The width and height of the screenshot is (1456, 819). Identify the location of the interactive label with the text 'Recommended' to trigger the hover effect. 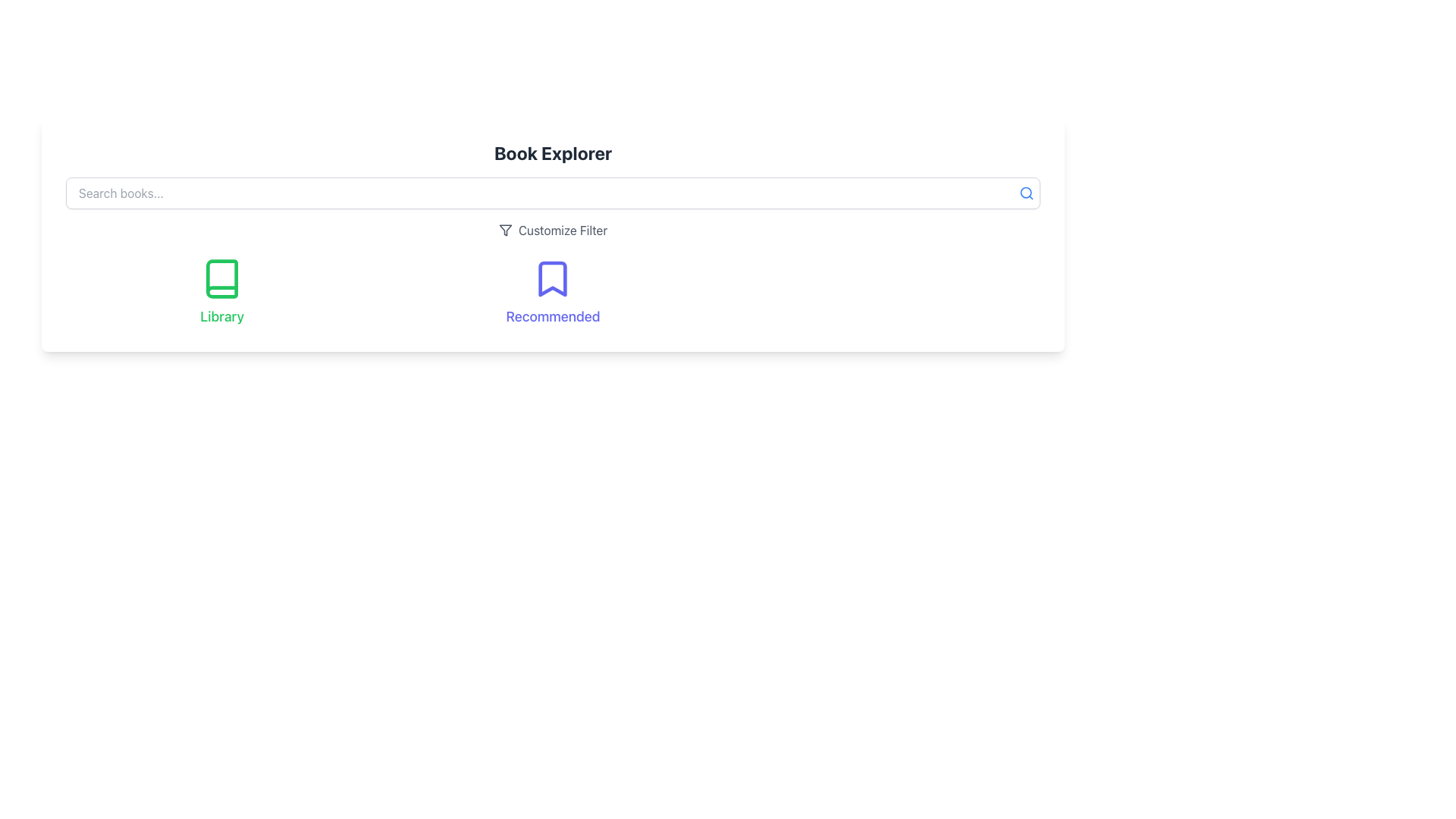
(552, 292).